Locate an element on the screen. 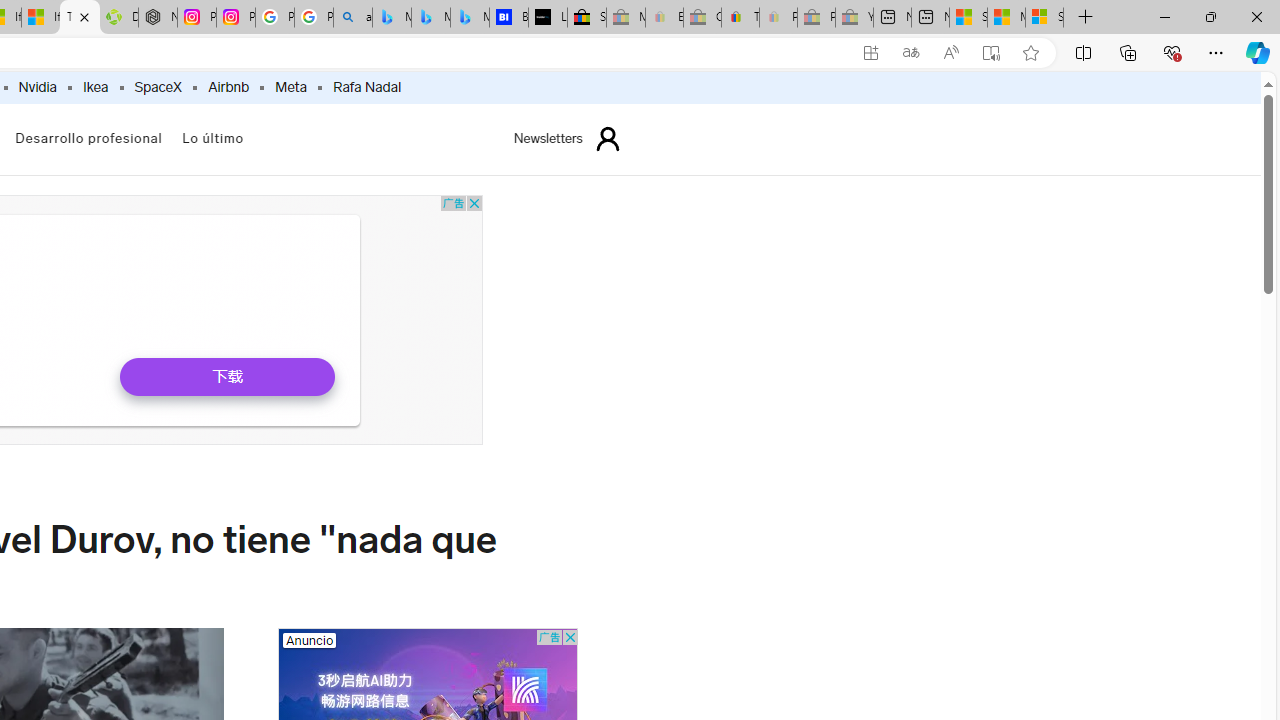 The width and height of the screenshot is (1280, 720). 'Airbnb' is located at coordinates (228, 87).